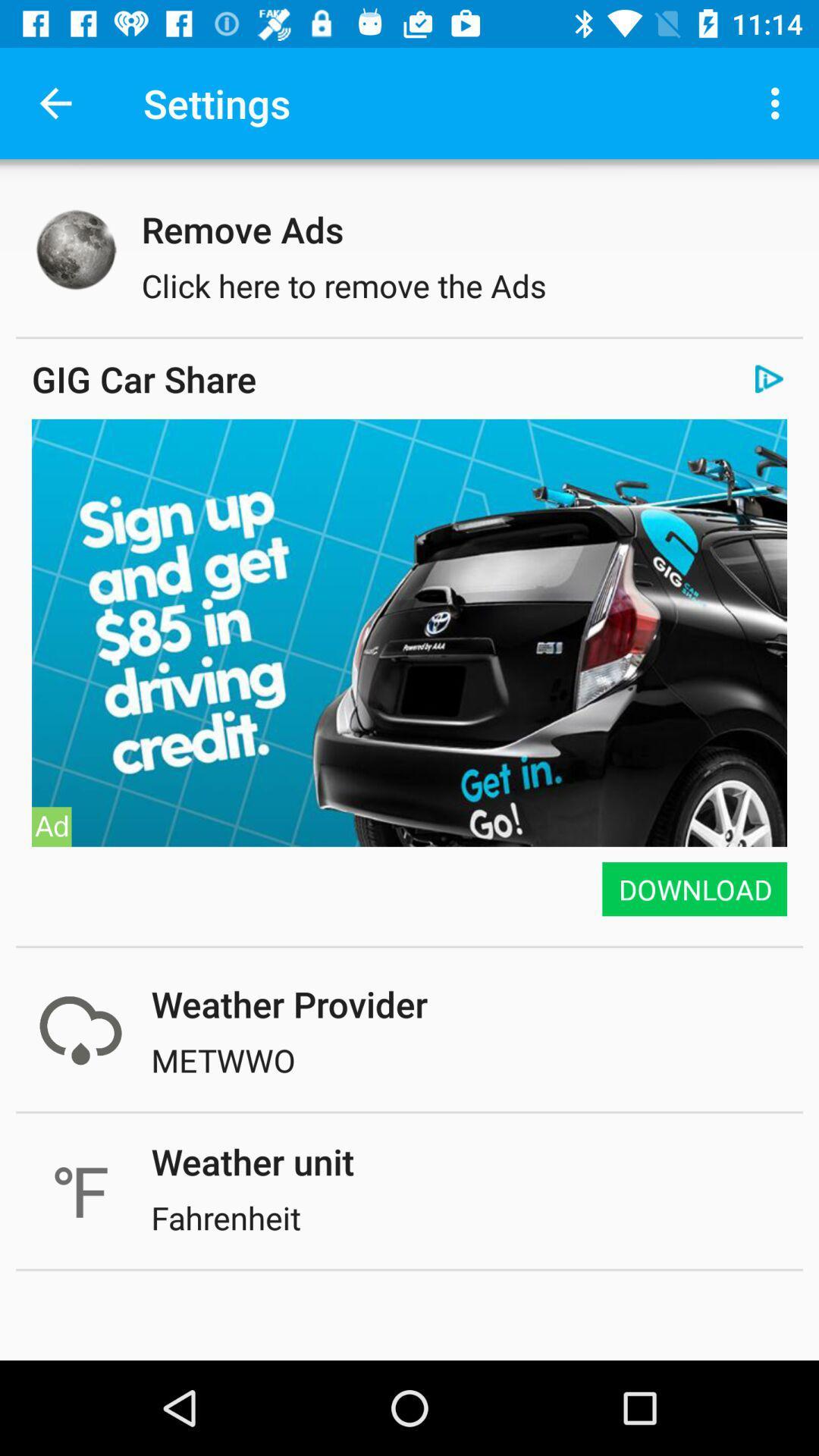 The height and width of the screenshot is (1456, 819). What do you see at coordinates (51, 826) in the screenshot?
I see `the item on the left` at bounding box center [51, 826].